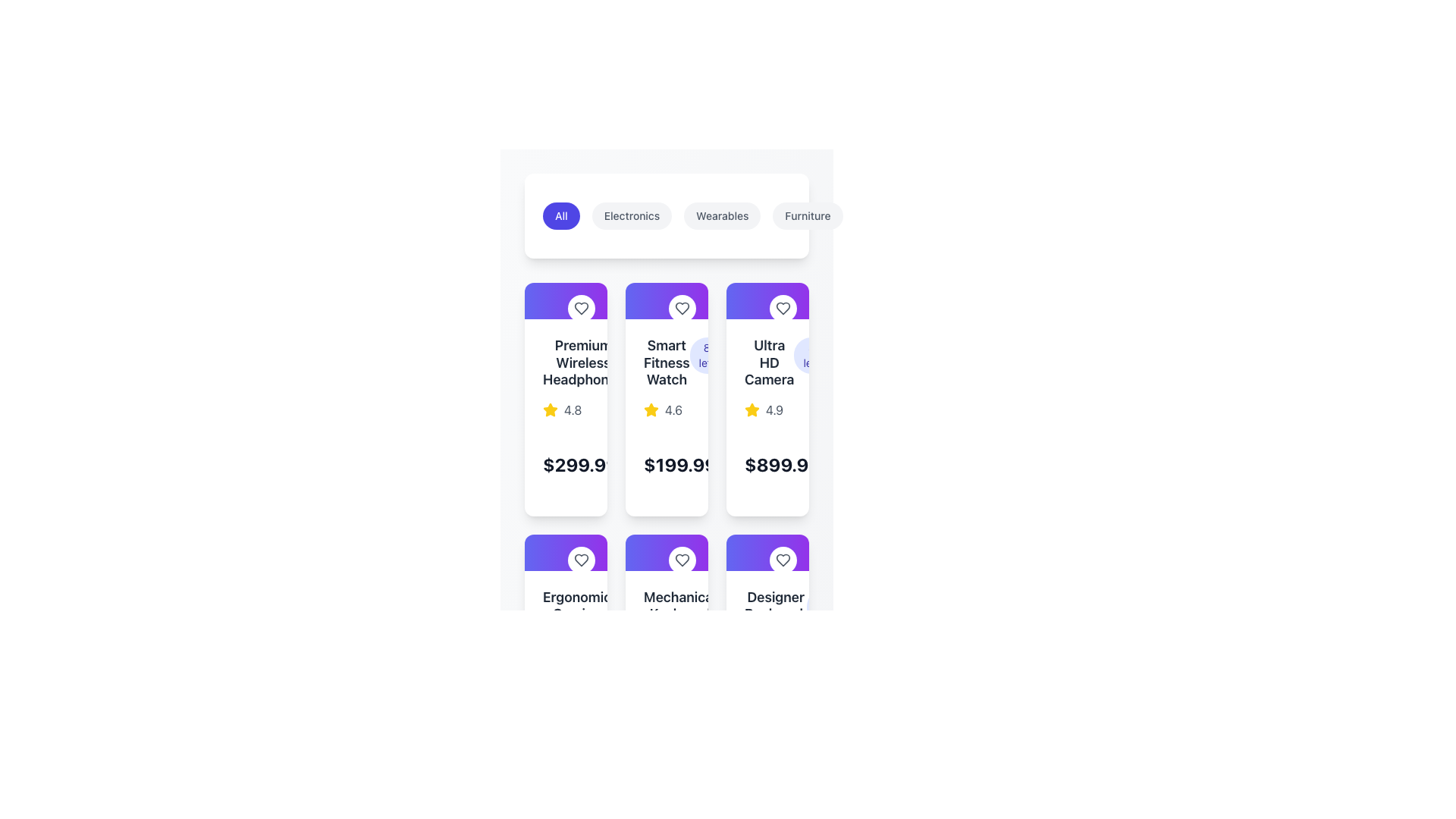  What do you see at coordinates (667, 409) in the screenshot?
I see `rating displayed in the rating display for the 'Smart Fitness Watch', which shows a yellow star icon and the numerical rating '4.6' in gray text` at bounding box center [667, 409].